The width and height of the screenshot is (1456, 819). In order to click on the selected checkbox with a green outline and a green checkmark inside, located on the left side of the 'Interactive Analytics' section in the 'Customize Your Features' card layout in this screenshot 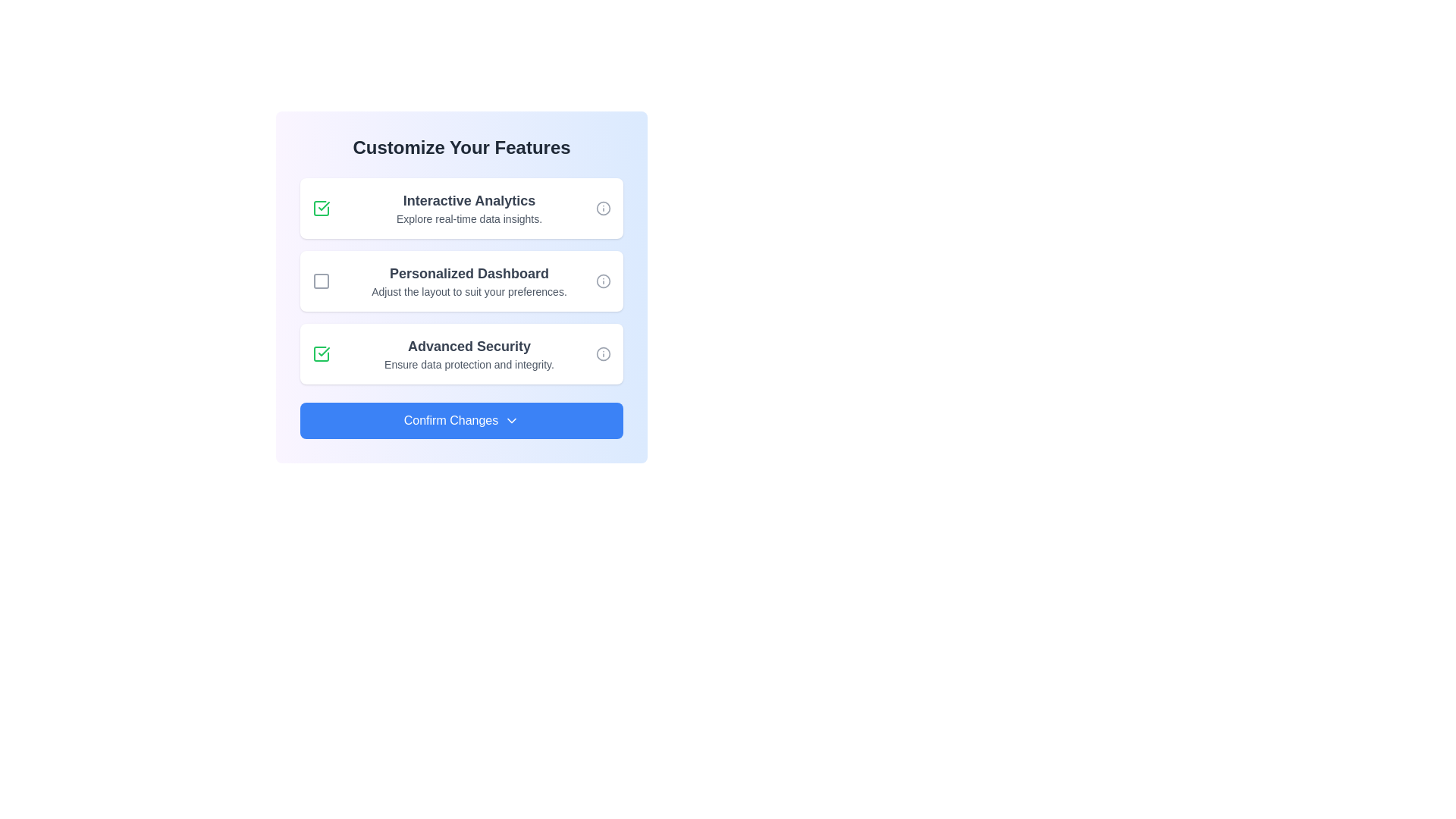, I will do `click(320, 208)`.